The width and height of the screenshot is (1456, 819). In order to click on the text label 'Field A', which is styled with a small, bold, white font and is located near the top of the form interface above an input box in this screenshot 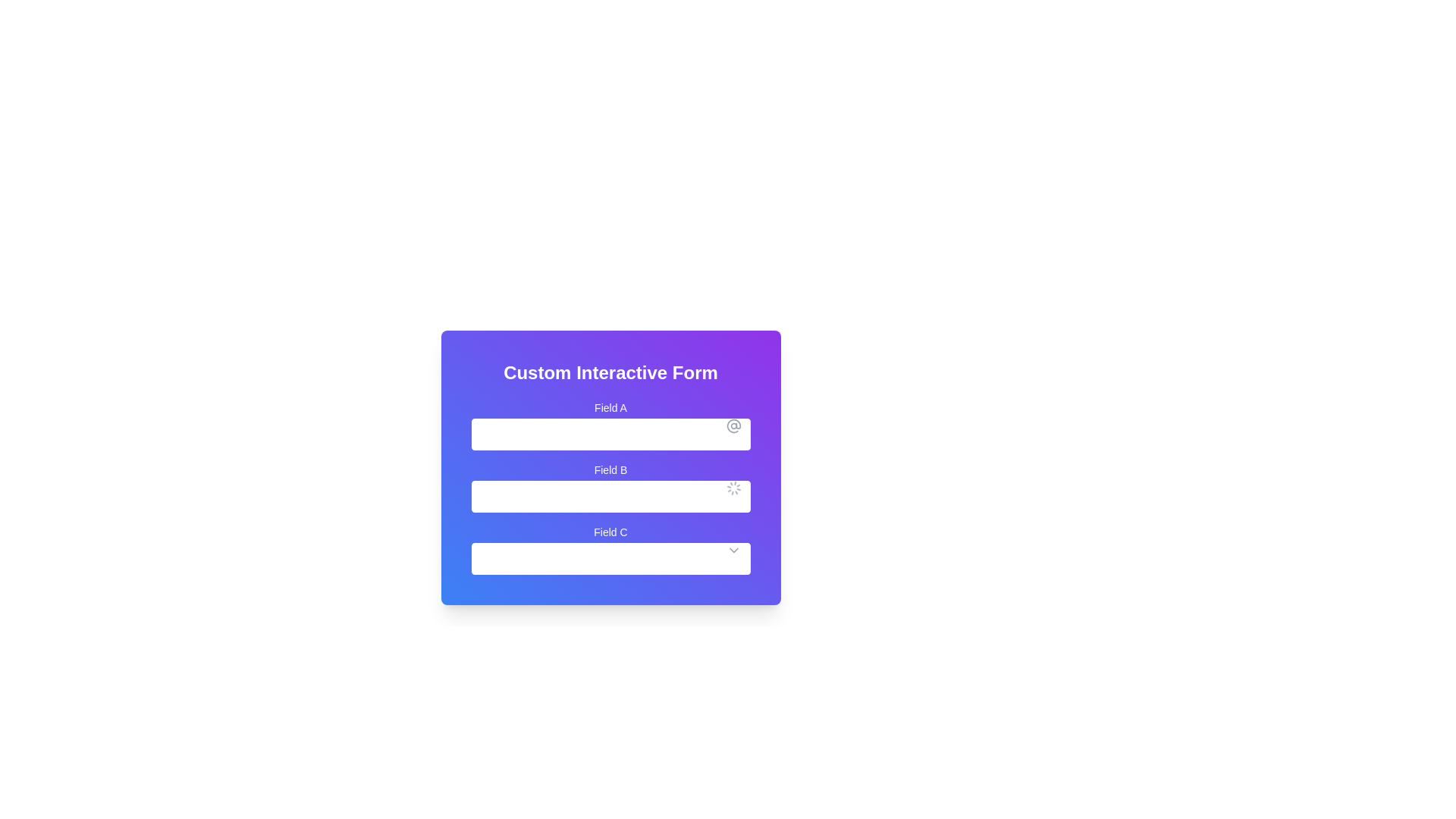, I will do `click(610, 406)`.